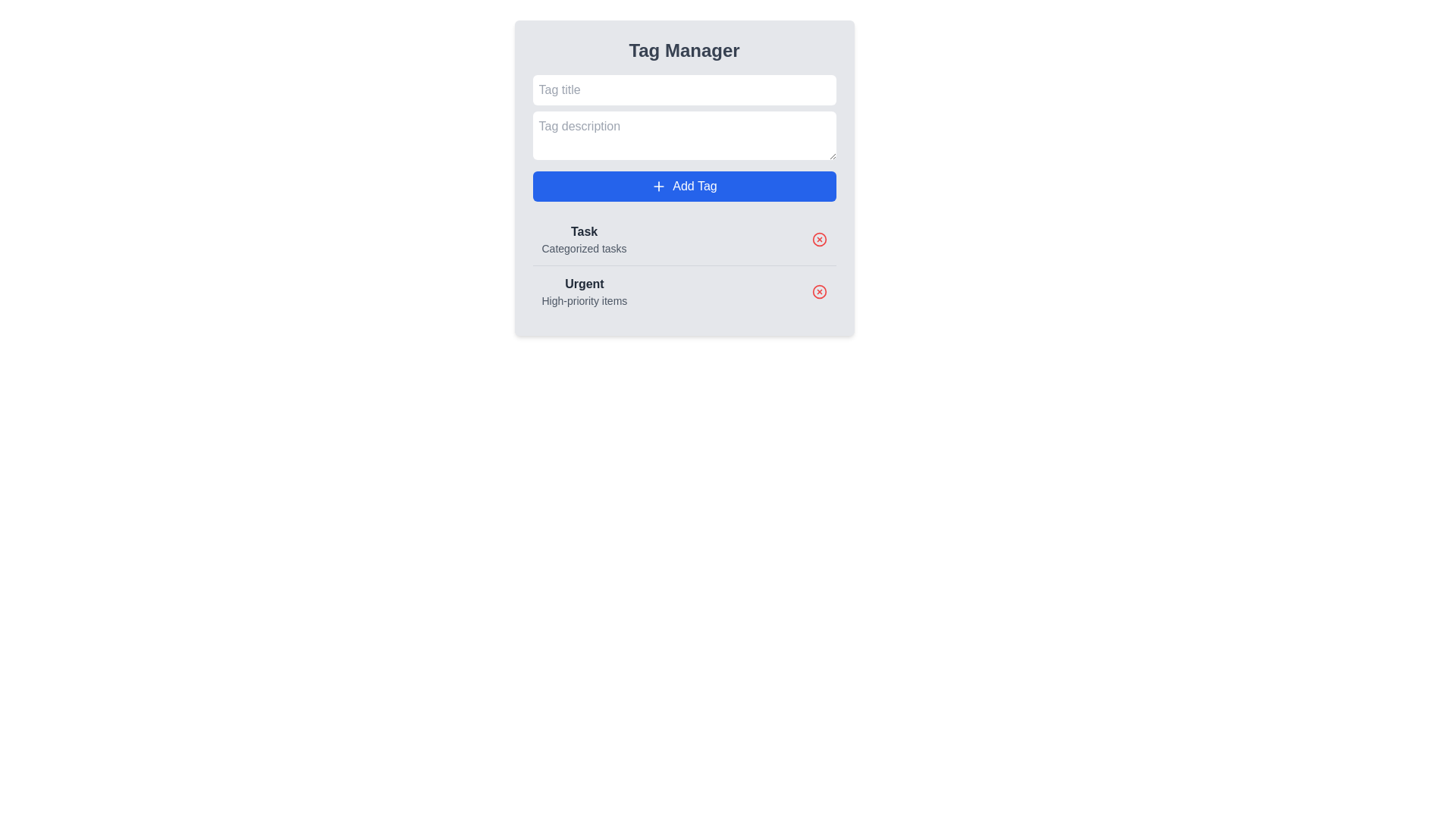  Describe the element at coordinates (583, 284) in the screenshot. I see `the 'Urgent' label in the 'Tag Manager' section, which categorizes an item as high priority, positioned above 'High-priority items'` at that location.